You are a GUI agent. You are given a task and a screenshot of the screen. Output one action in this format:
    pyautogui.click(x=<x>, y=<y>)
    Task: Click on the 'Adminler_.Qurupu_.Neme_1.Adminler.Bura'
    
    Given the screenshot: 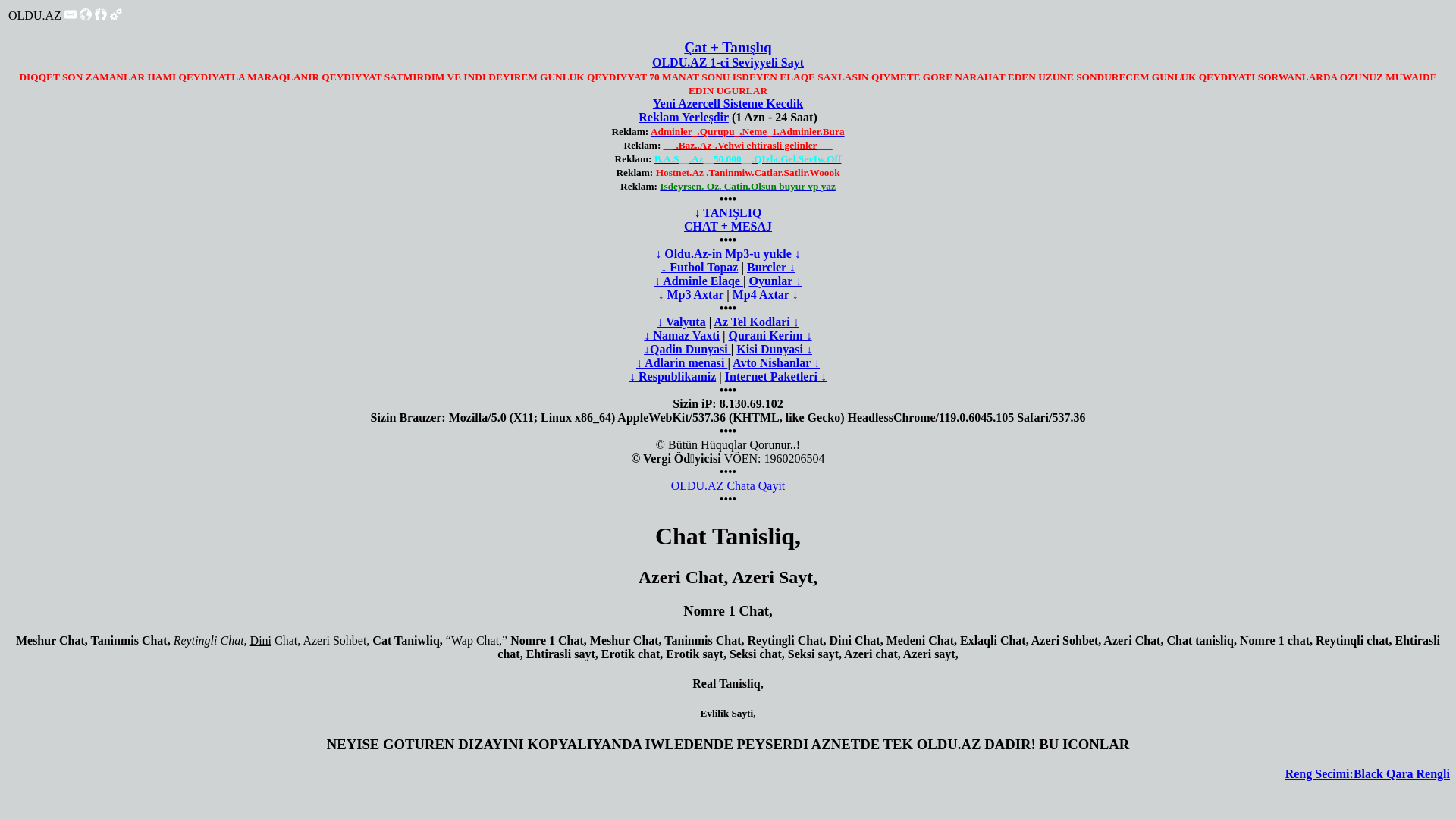 What is the action you would take?
    pyautogui.click(x=747, y=130)
    